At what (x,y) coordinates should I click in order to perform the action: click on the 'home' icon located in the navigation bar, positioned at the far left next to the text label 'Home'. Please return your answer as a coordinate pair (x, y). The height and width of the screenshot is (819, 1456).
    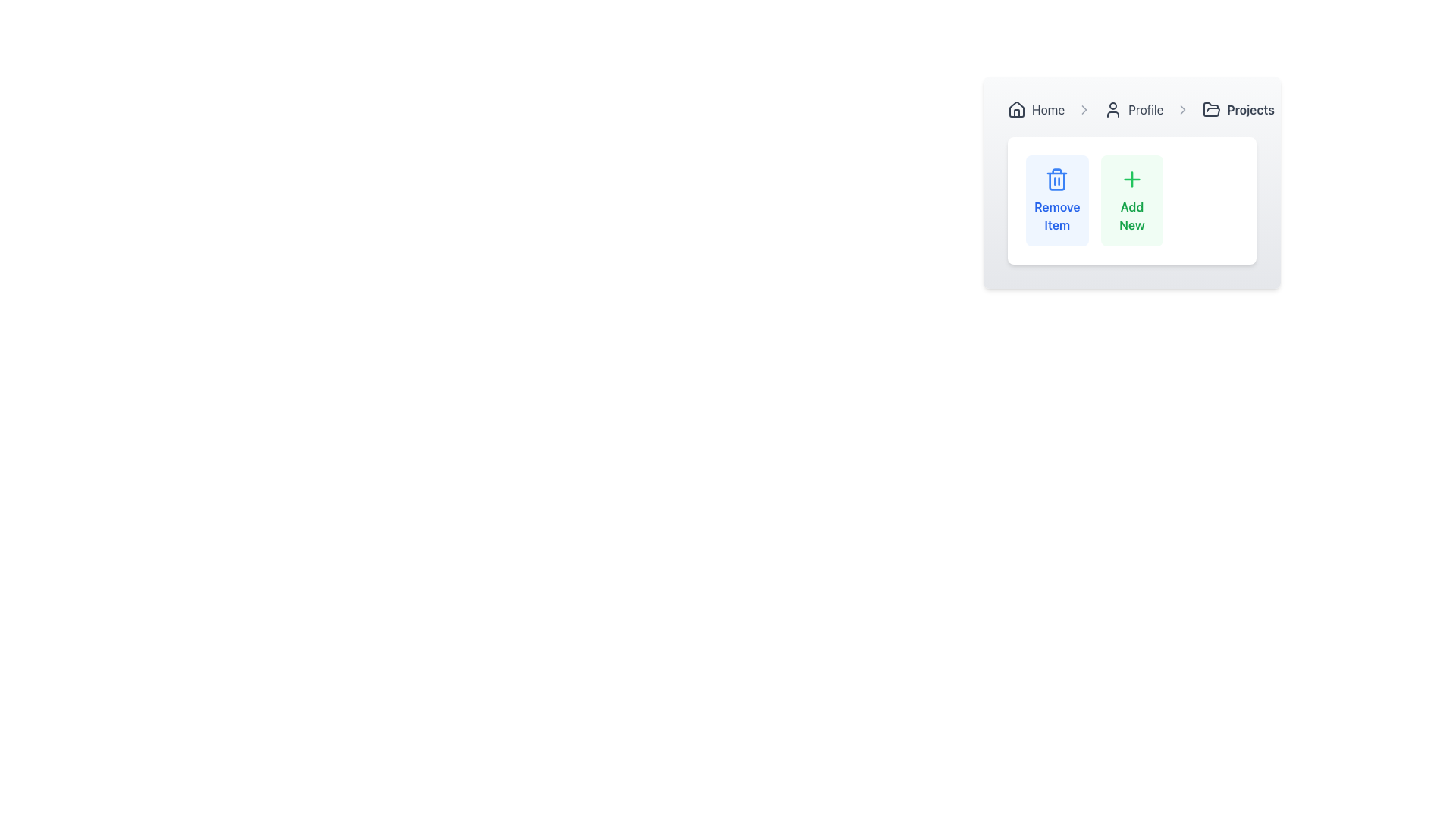
    Looking at the image, I should click on (1016, 108).